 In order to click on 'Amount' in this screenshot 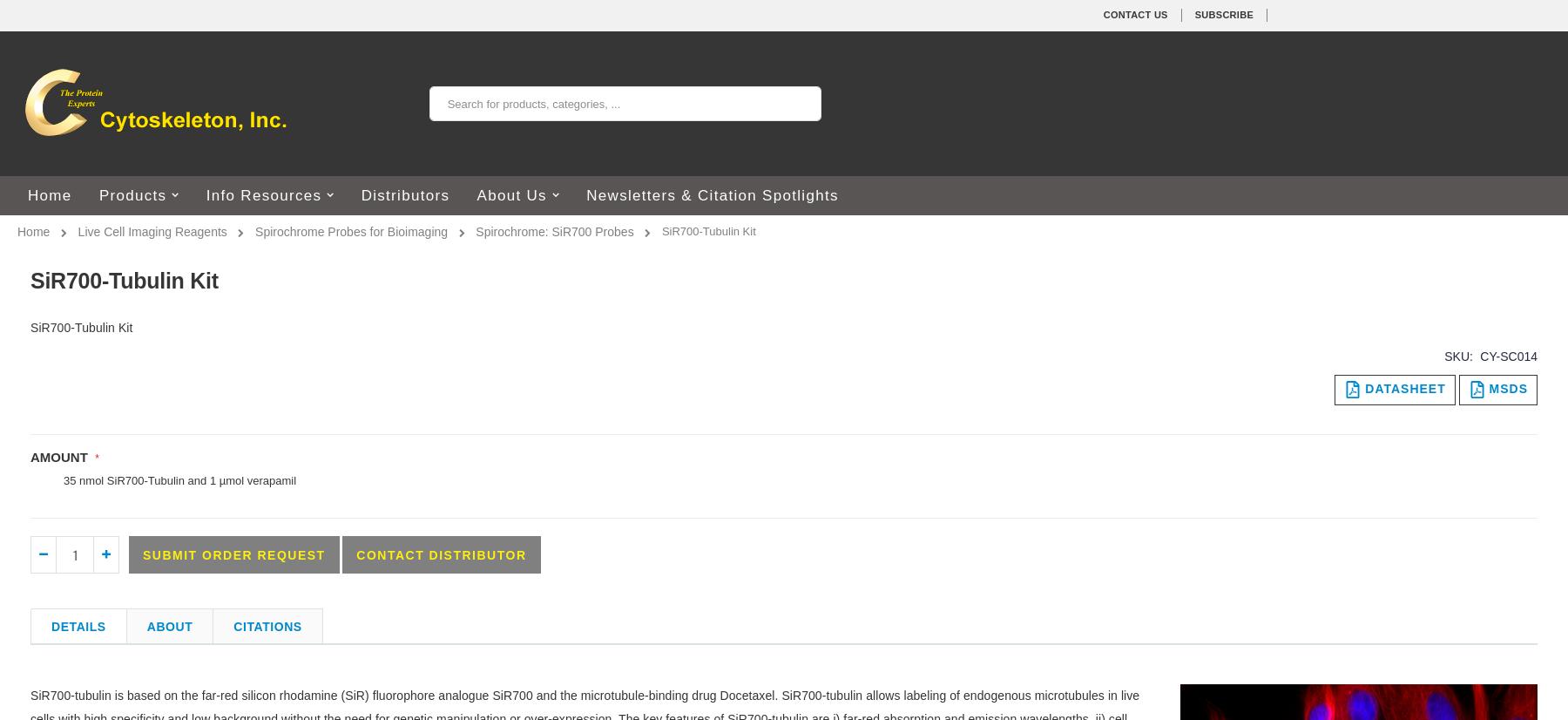, I will do `click(57, 455)`.